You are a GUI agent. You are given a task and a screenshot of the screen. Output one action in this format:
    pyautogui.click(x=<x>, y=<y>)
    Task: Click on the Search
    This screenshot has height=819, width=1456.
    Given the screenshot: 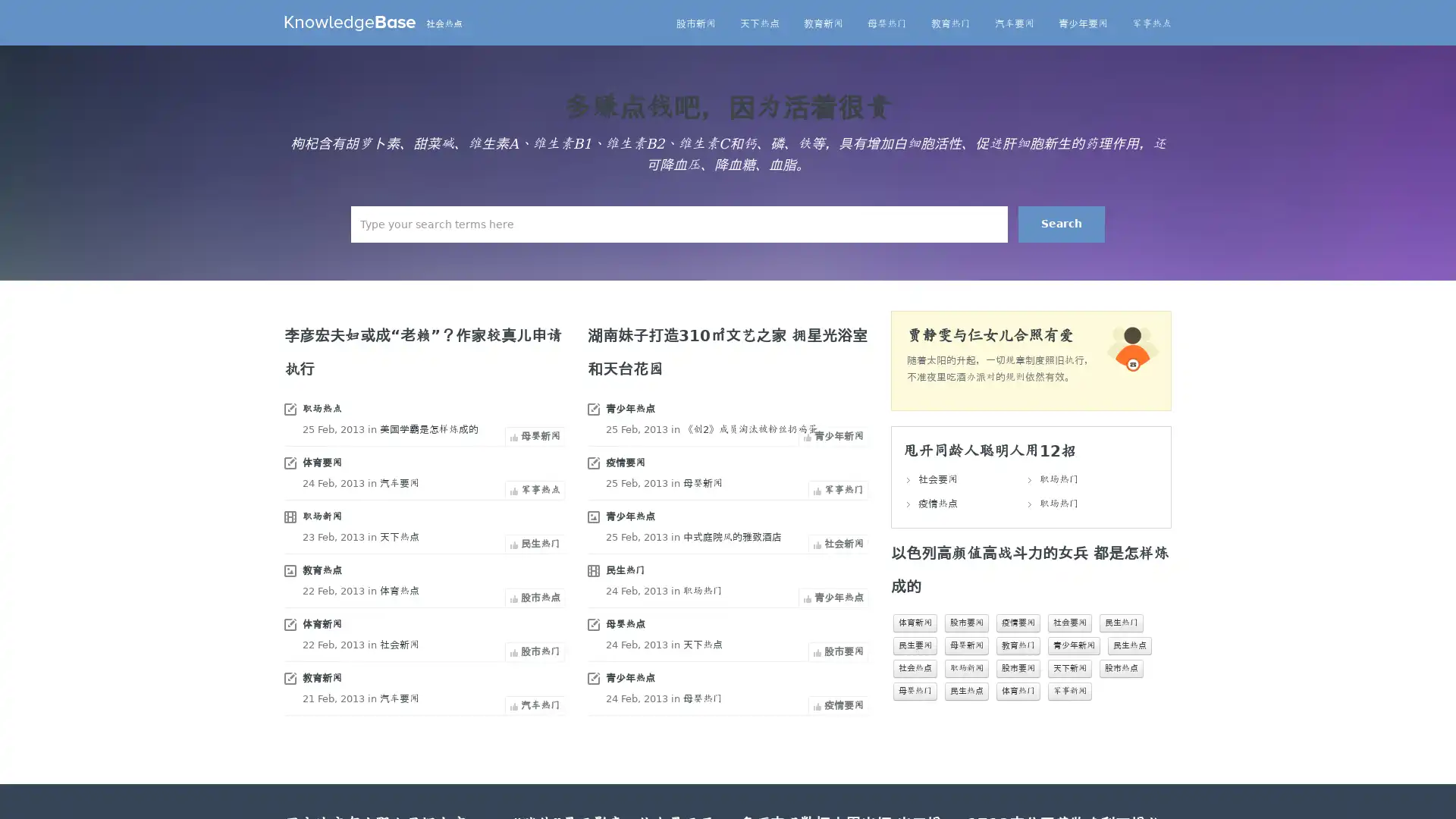 What is the action you would take?
    pyautogui.click(x=1061, y=224)
    